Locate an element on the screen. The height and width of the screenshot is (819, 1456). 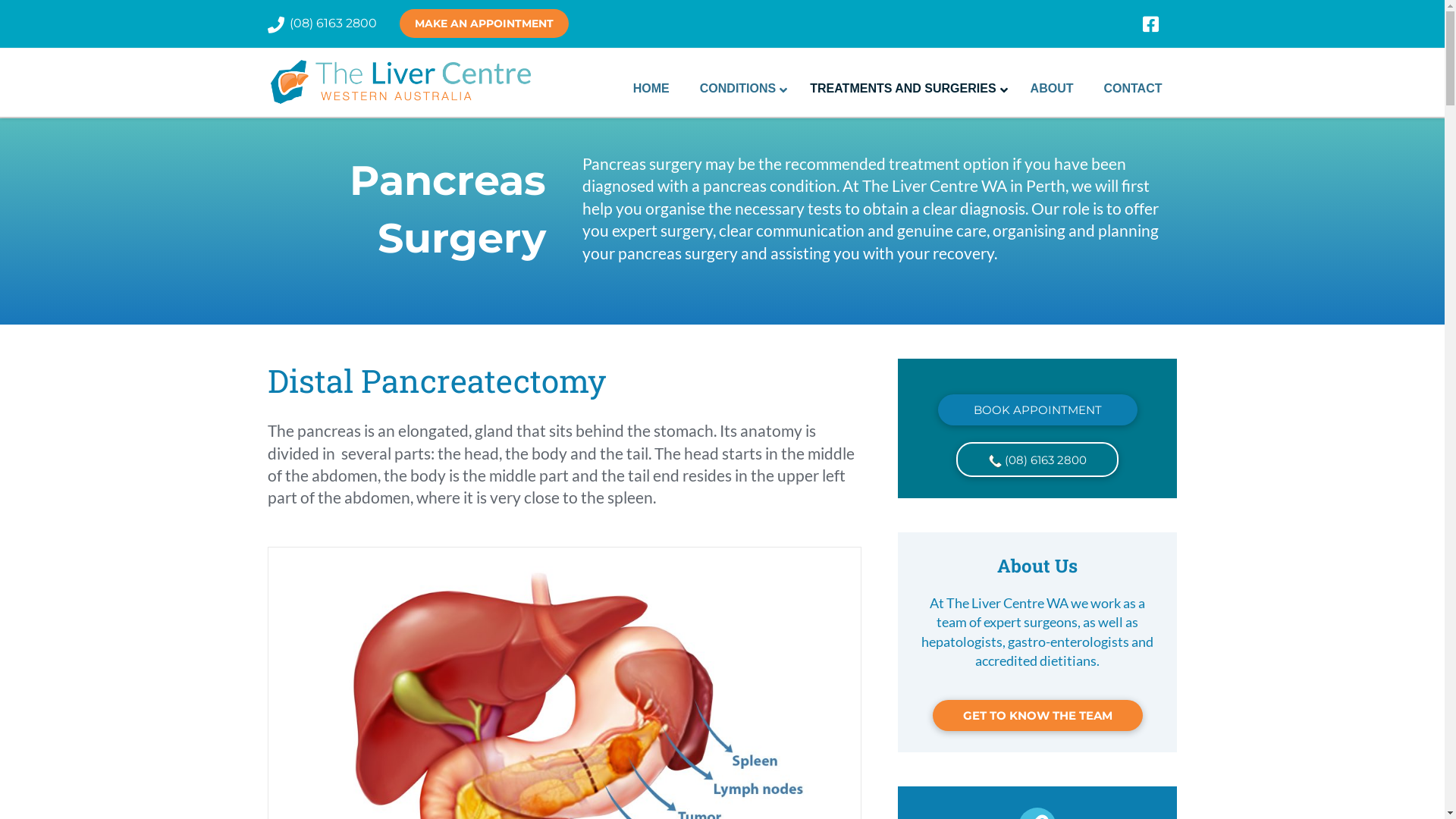
'GET TO KNOW THE TEAM' is located at coordinates (1037, 715).